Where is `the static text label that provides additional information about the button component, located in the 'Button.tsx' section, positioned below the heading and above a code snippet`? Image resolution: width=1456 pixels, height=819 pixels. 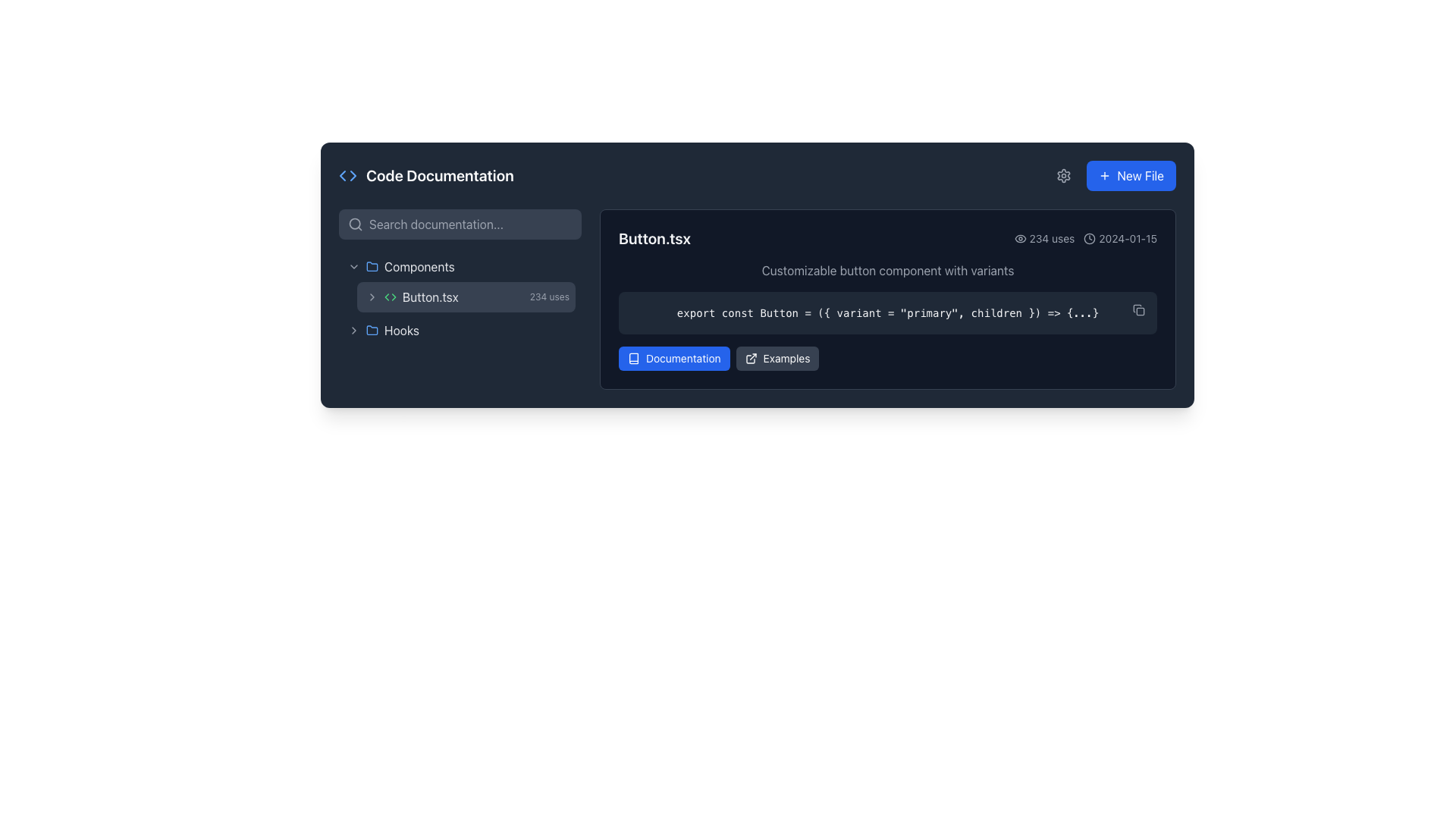 the static text label that provides additional information about the button component, located in the 'Button.tsx' section, positioned below the heading and above a code snippet is located at coordinates (888, 270).